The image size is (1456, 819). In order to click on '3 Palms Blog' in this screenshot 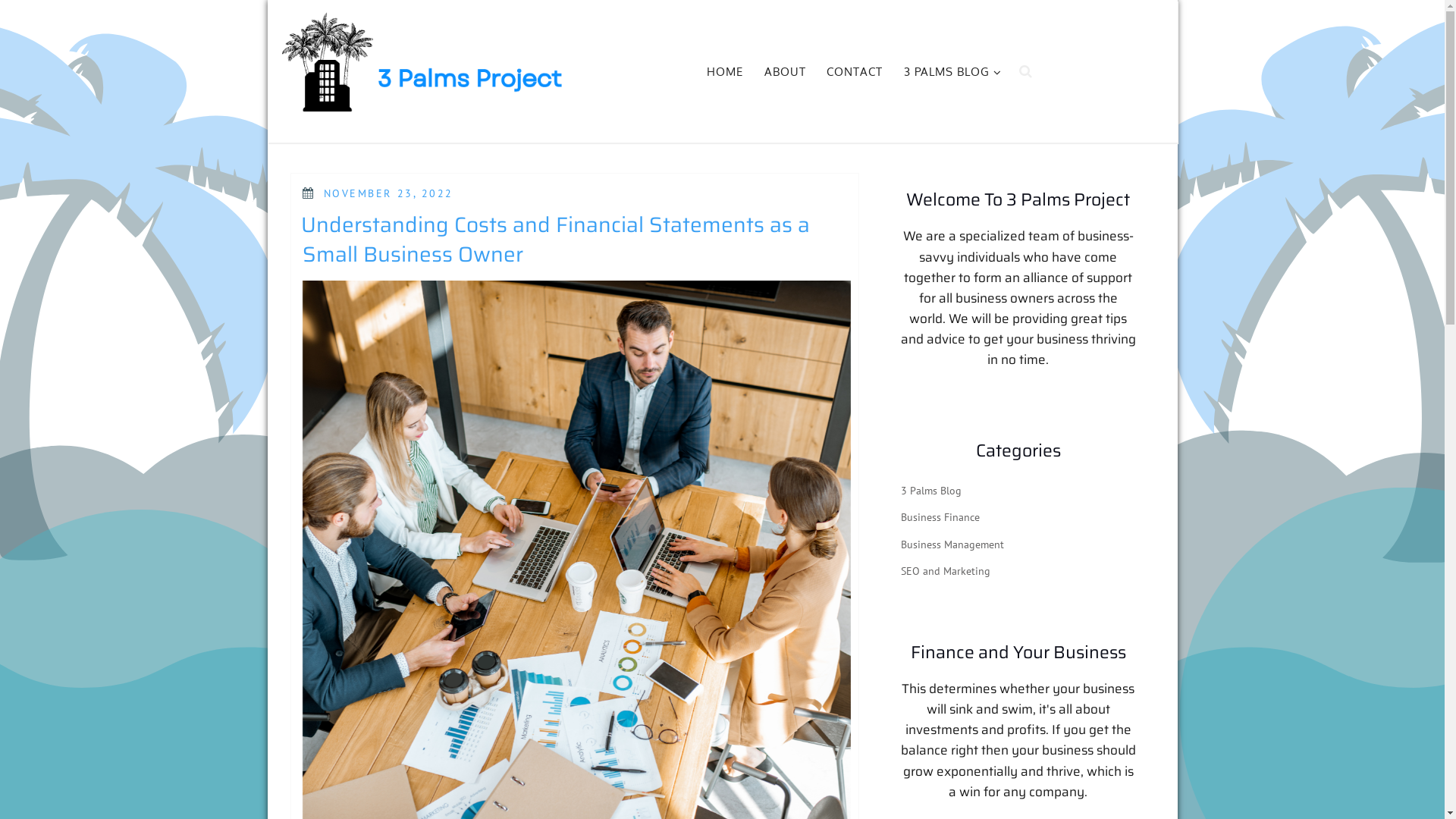, I will do `click(930, 491)`.